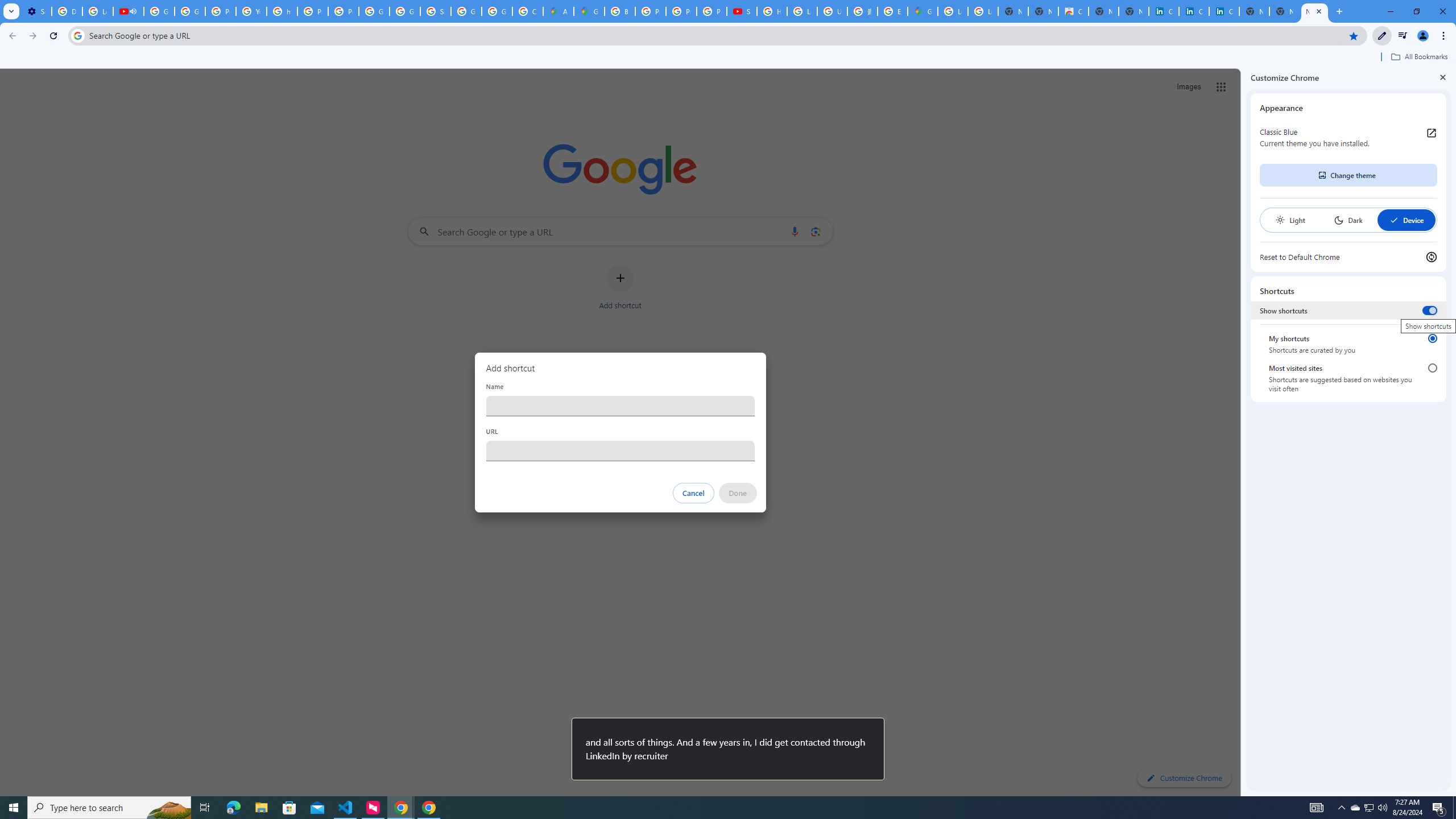 This screenshot has height=819, width=1456. What do you see at coordinates (528, 11) in the screenshot?
I see `'Create your Google Account'` at bounding box center [528, 11].